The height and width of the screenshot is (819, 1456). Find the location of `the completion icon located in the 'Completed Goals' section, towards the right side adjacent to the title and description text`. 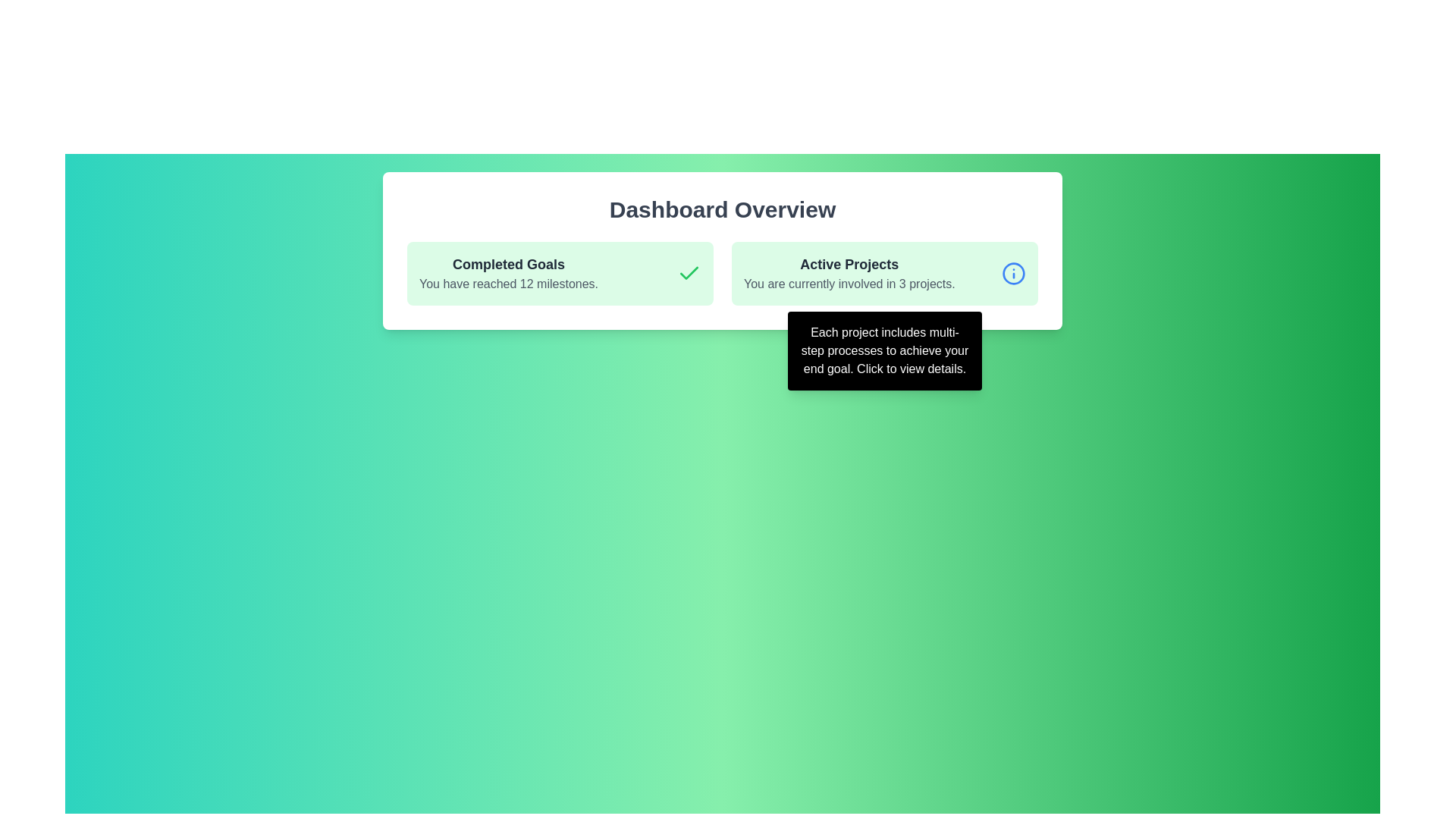

the completion icon located in the 'Completed Goals' section, towards the right side adjacent to the title and description text is located at coordinates (688, 274).